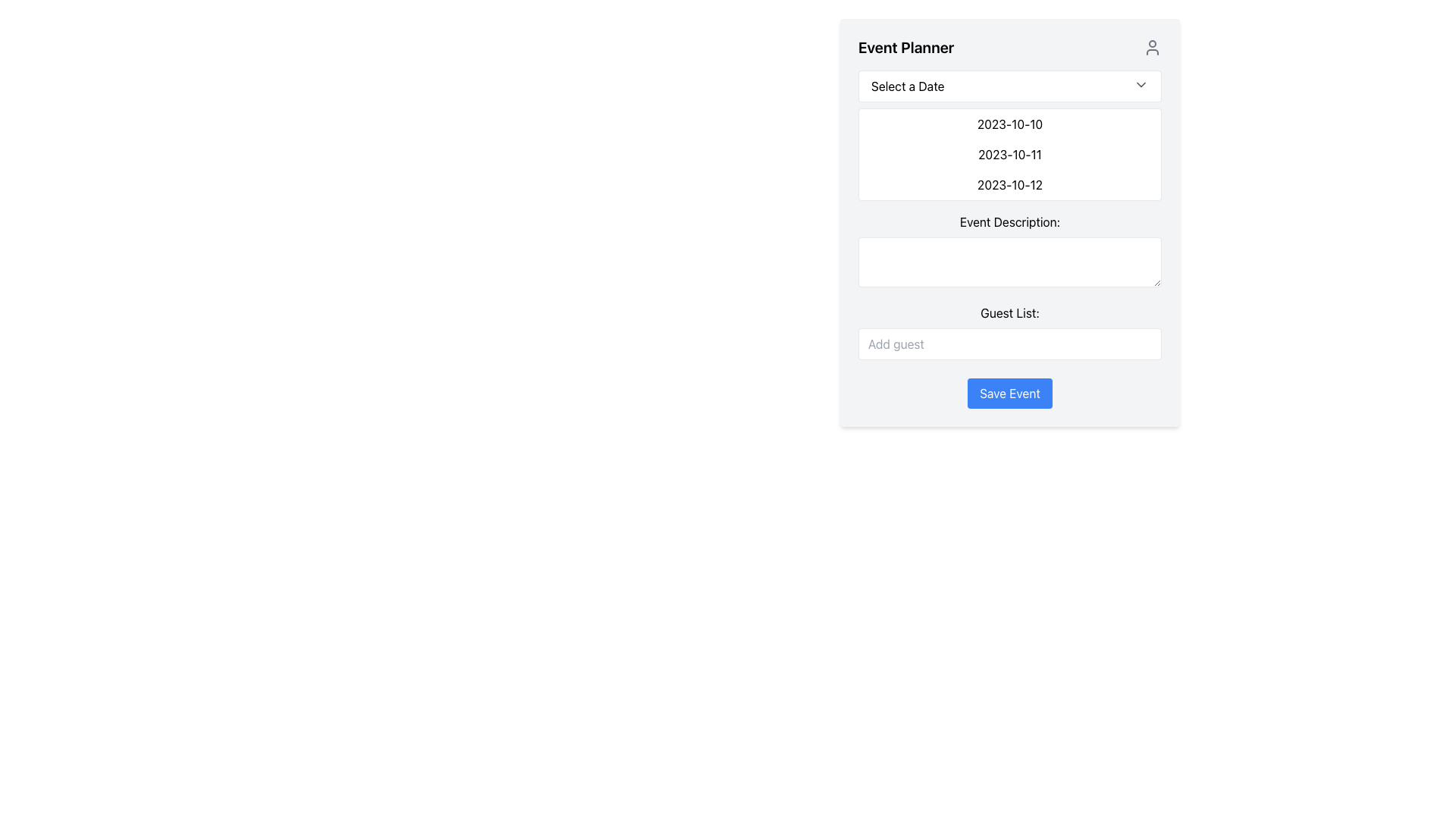  I want to click on the text label displaying 'Event Description:' which is positioned above the multi-line text input field in the form layout, so click(1009, 222).